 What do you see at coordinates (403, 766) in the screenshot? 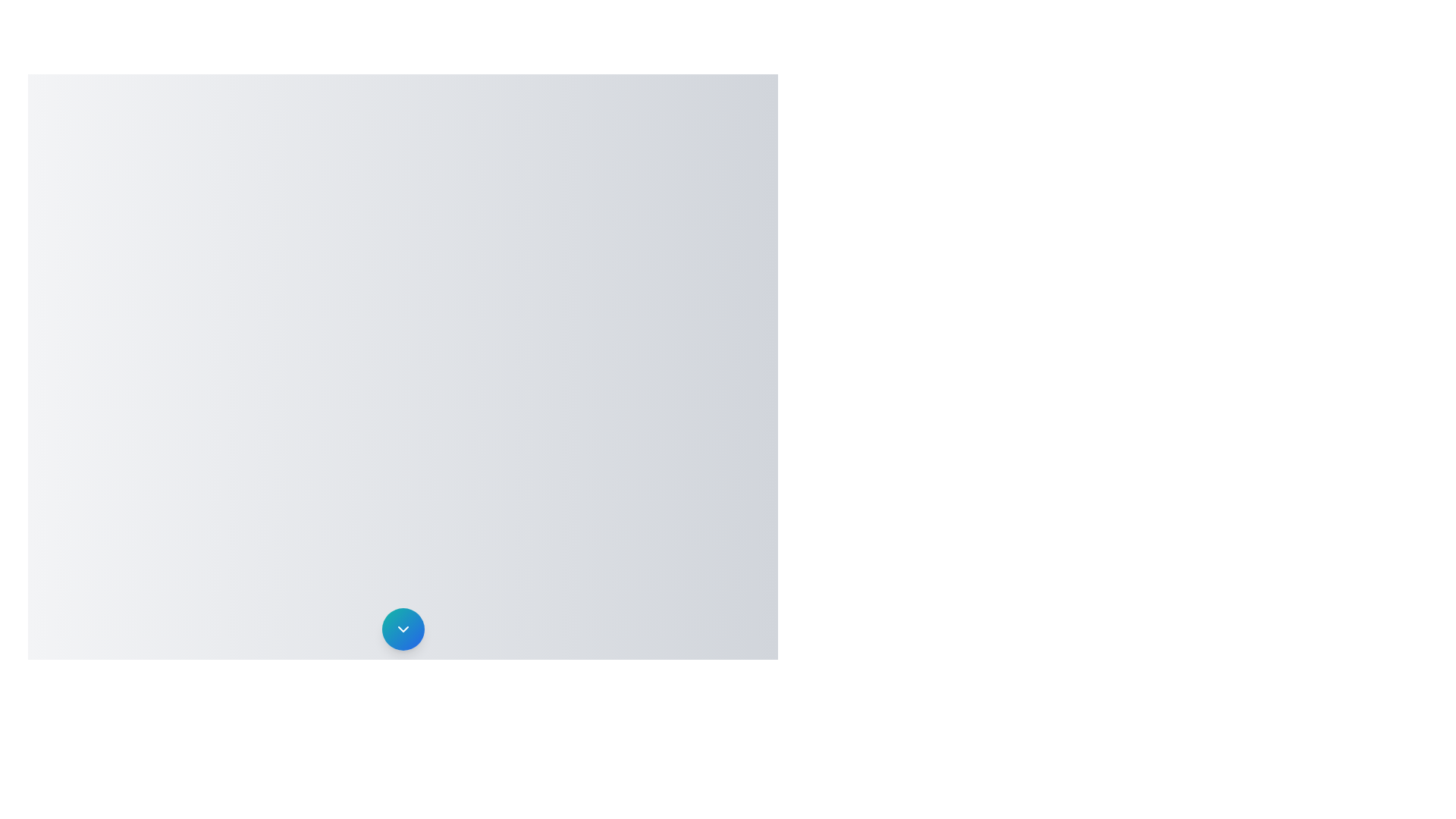
I see `the Favorites menu item in the NotificationSpeedDial` at bounding box center [403, 766].